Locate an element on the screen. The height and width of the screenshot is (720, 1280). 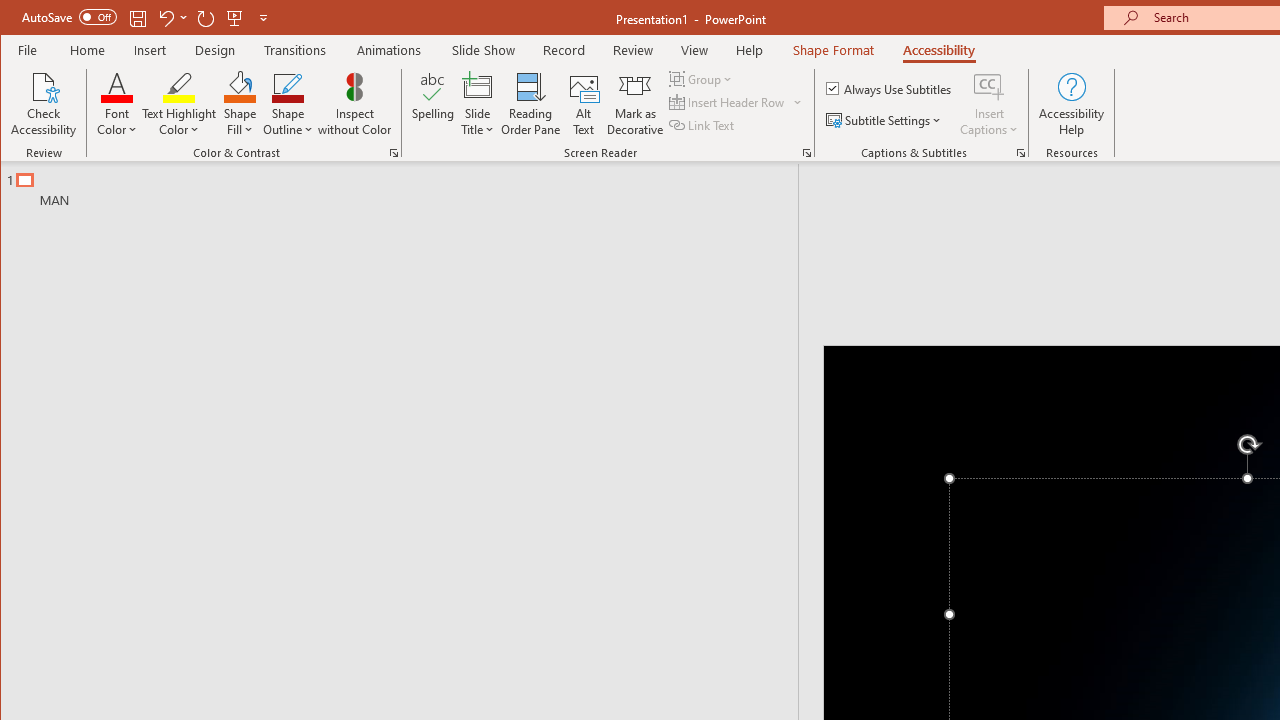
'Shape Fill Orange, Accent 2' is located at coordinates (240, 85).